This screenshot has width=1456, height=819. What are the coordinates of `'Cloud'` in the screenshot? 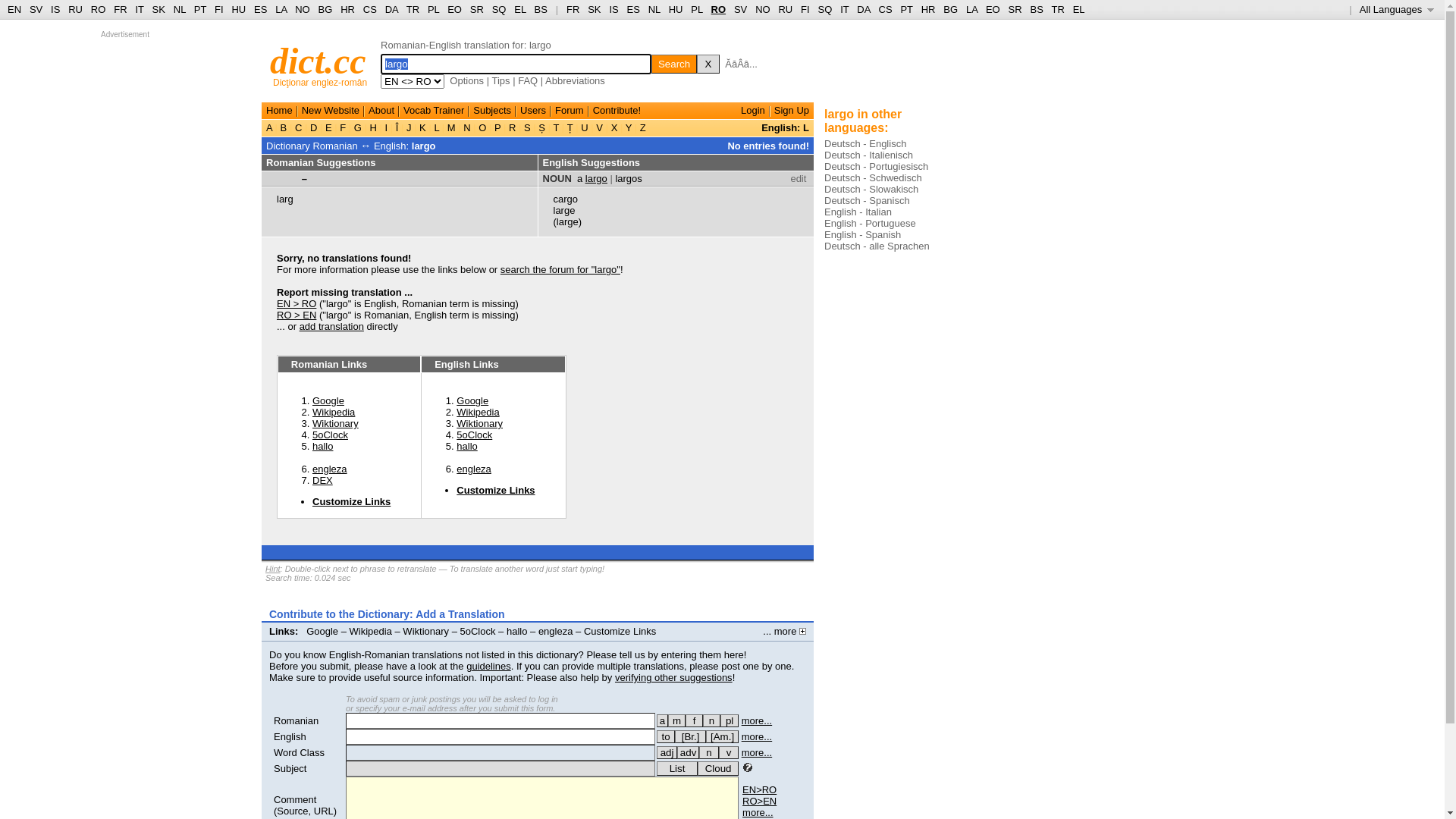 It's located at (717, 768).